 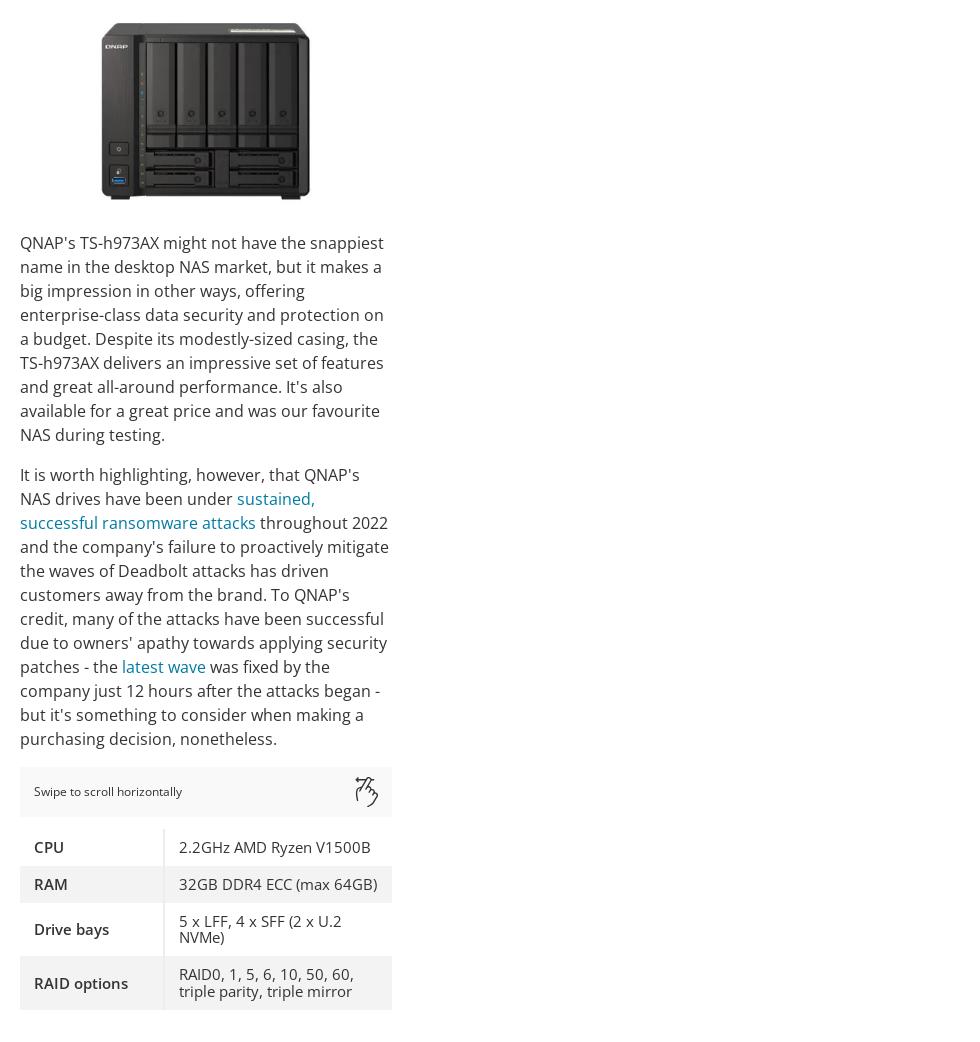 I want to click on 'latest wave', so click(x=163, y=666).